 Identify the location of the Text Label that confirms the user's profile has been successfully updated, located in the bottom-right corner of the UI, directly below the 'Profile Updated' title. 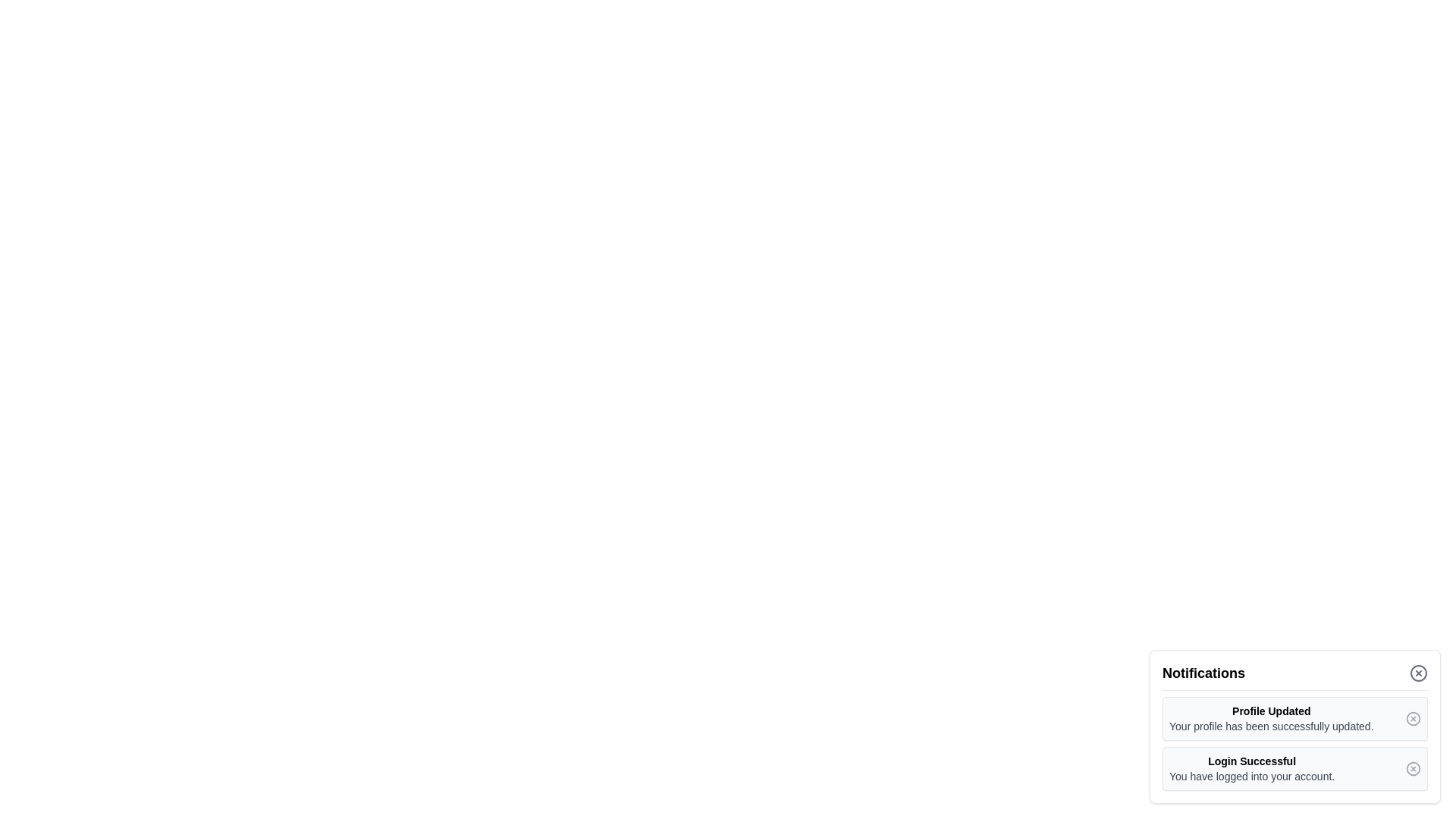
(1271, 725).